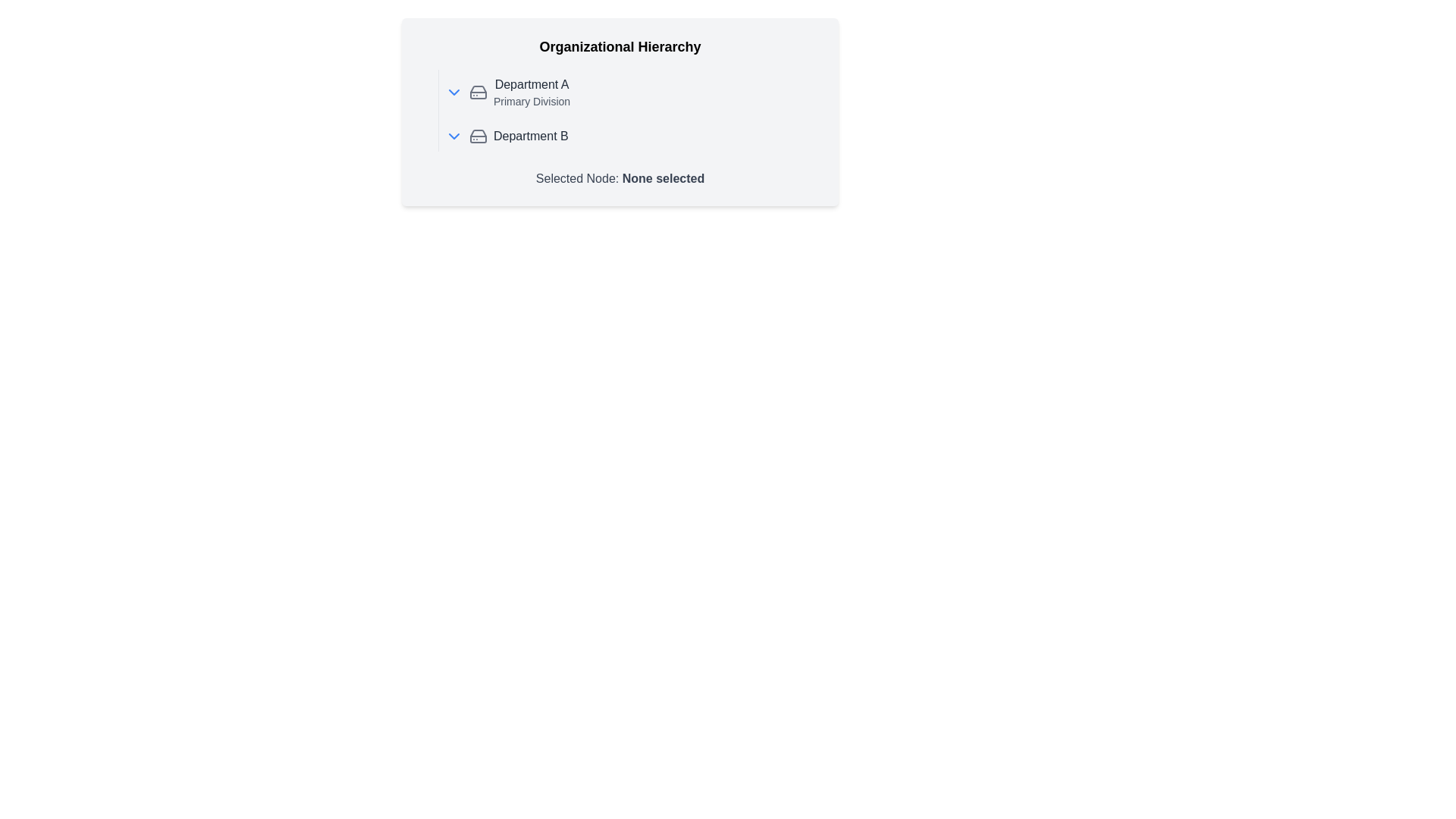  I want to click on the text label displaying 'Selected Node: None selected', which is styled in gray and located at the bottom of the organizational hierarchy section, so click(620, 177).